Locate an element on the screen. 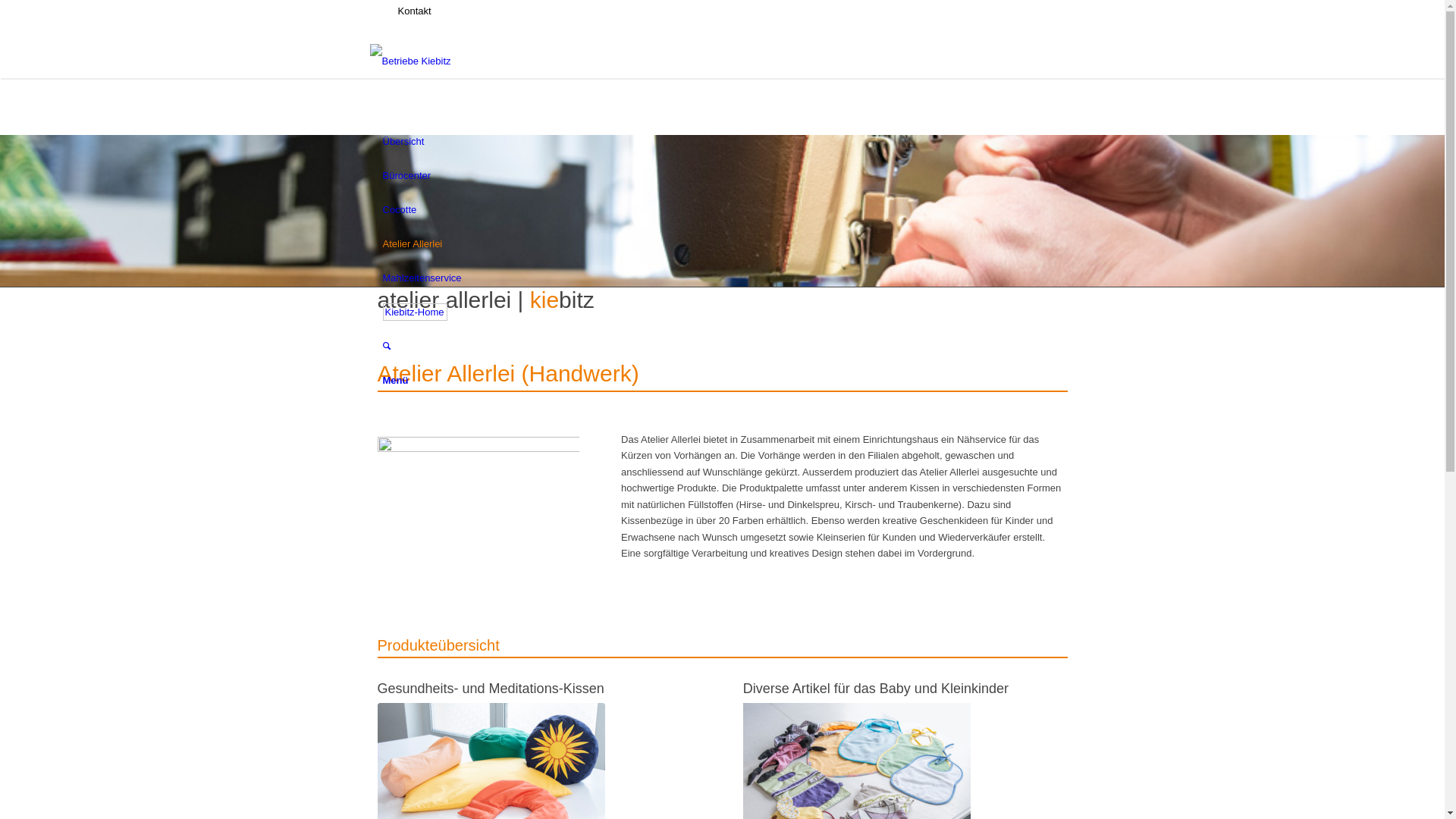 Image resolution: width=1456 pixels, height=819 pixels. 'Kontakt' is located at coordinates (413, 11).